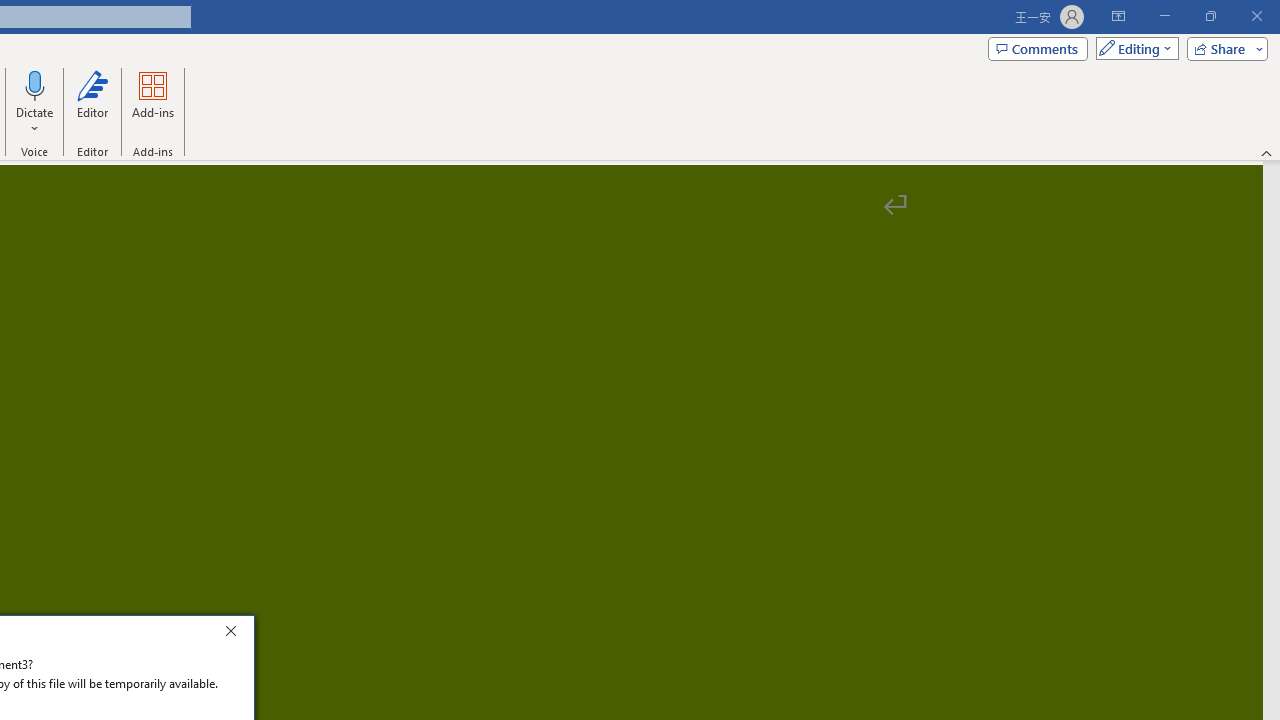  Describe the element at coordinates (1164, 16) in the screenshot. I see `'Minimize'` at that location.